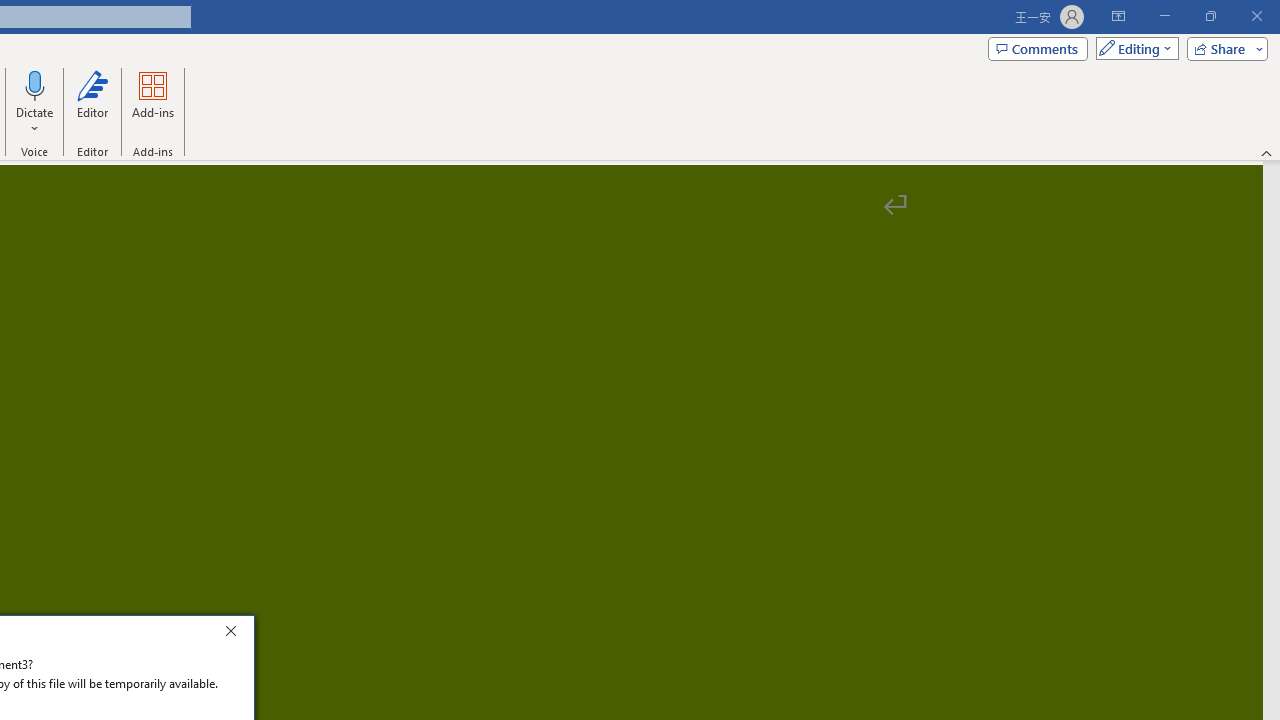  Describe the element at coordinates (1164, 16) in the screenshot. I see `'Minimize'` at that location.